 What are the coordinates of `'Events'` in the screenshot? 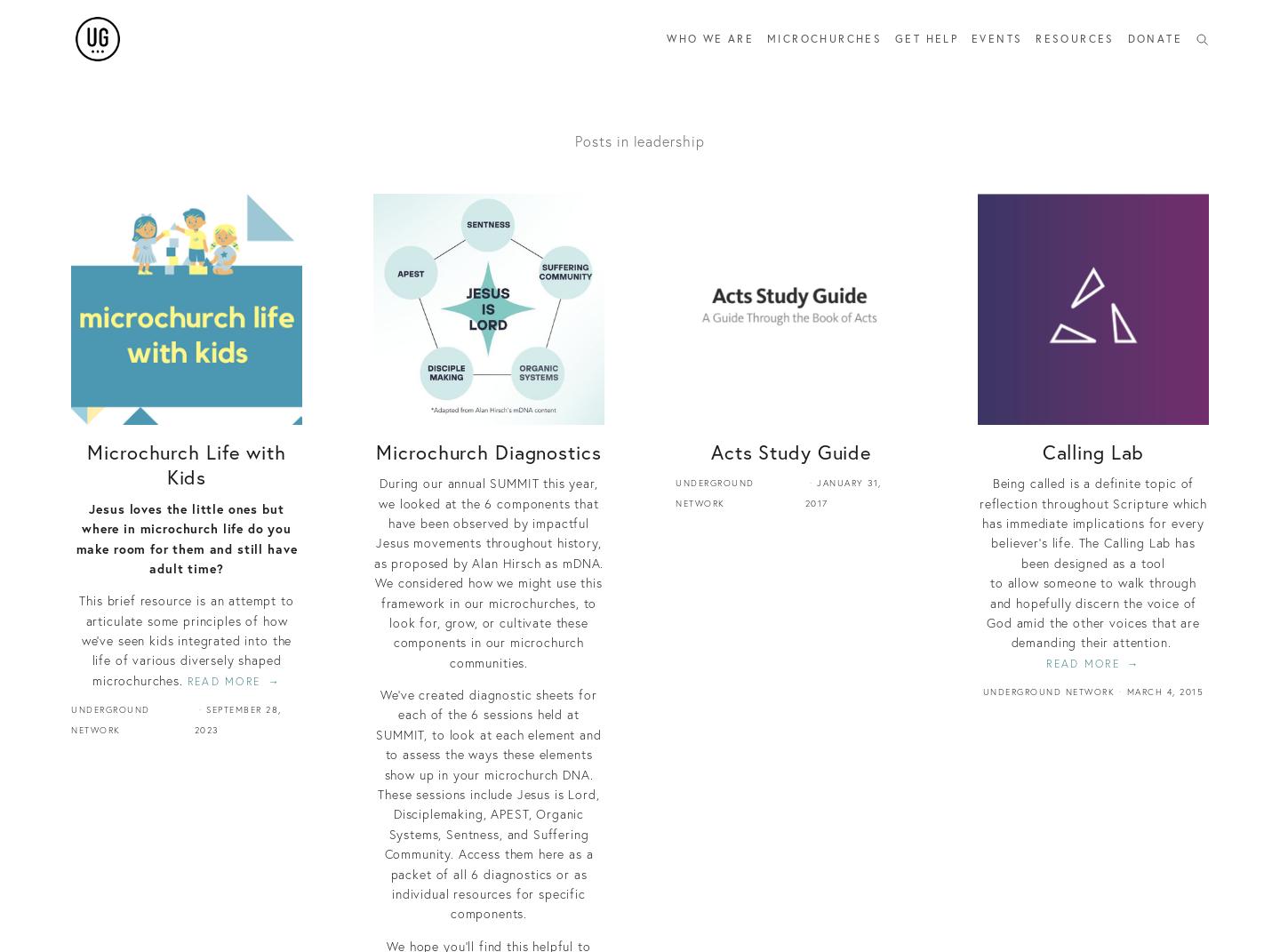 It's located at (996, 37).